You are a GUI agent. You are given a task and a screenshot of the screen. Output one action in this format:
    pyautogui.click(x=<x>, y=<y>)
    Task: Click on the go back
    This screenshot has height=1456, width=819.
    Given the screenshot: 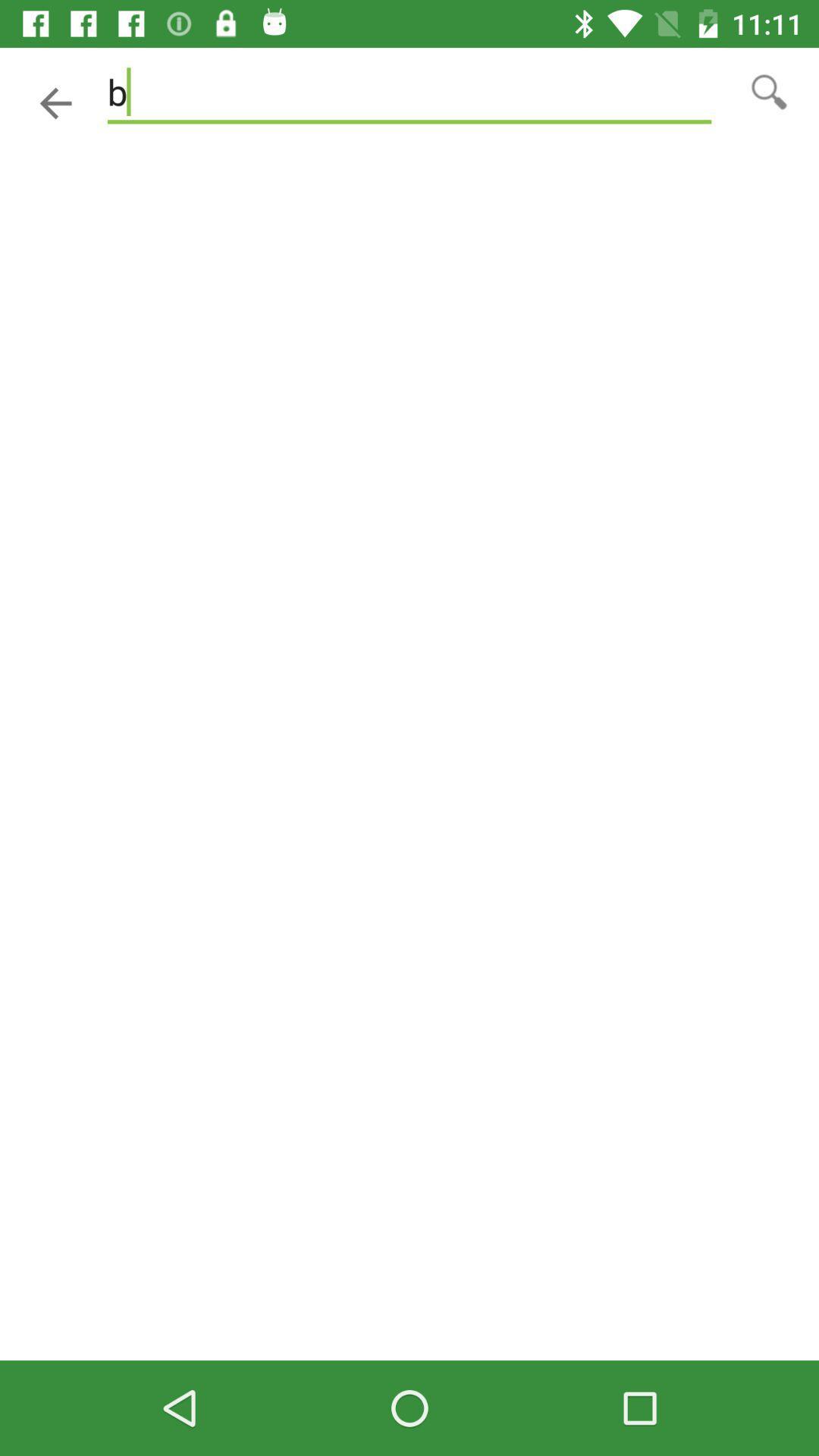 What is the action you would take?
    pyautogui.click(x=55, y=102)
    